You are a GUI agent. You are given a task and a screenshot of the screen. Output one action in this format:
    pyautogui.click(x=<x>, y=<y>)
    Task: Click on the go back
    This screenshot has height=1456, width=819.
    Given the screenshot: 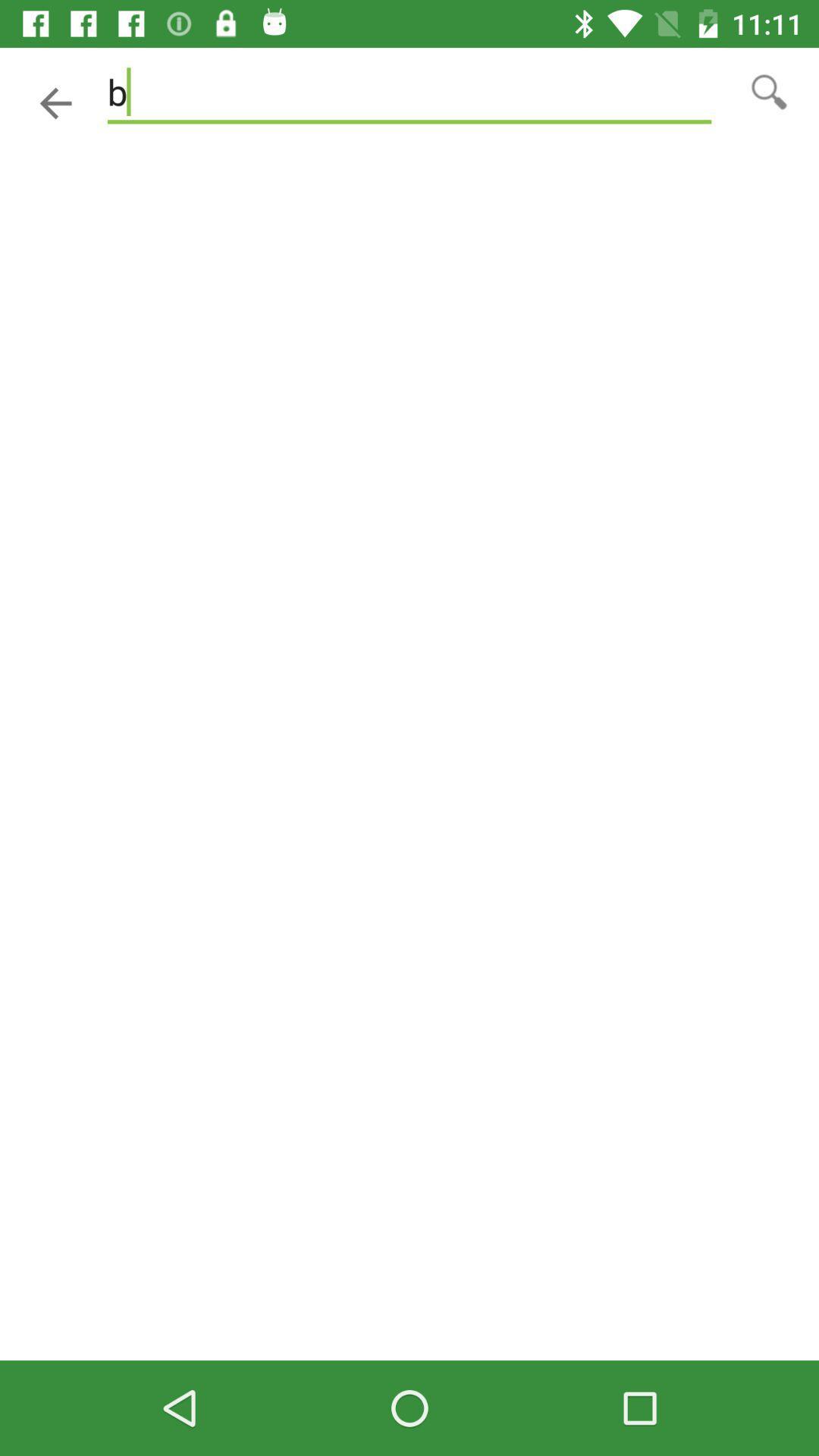 What is the action you would take?
    pyautogui.click(x=55, y=102)
    